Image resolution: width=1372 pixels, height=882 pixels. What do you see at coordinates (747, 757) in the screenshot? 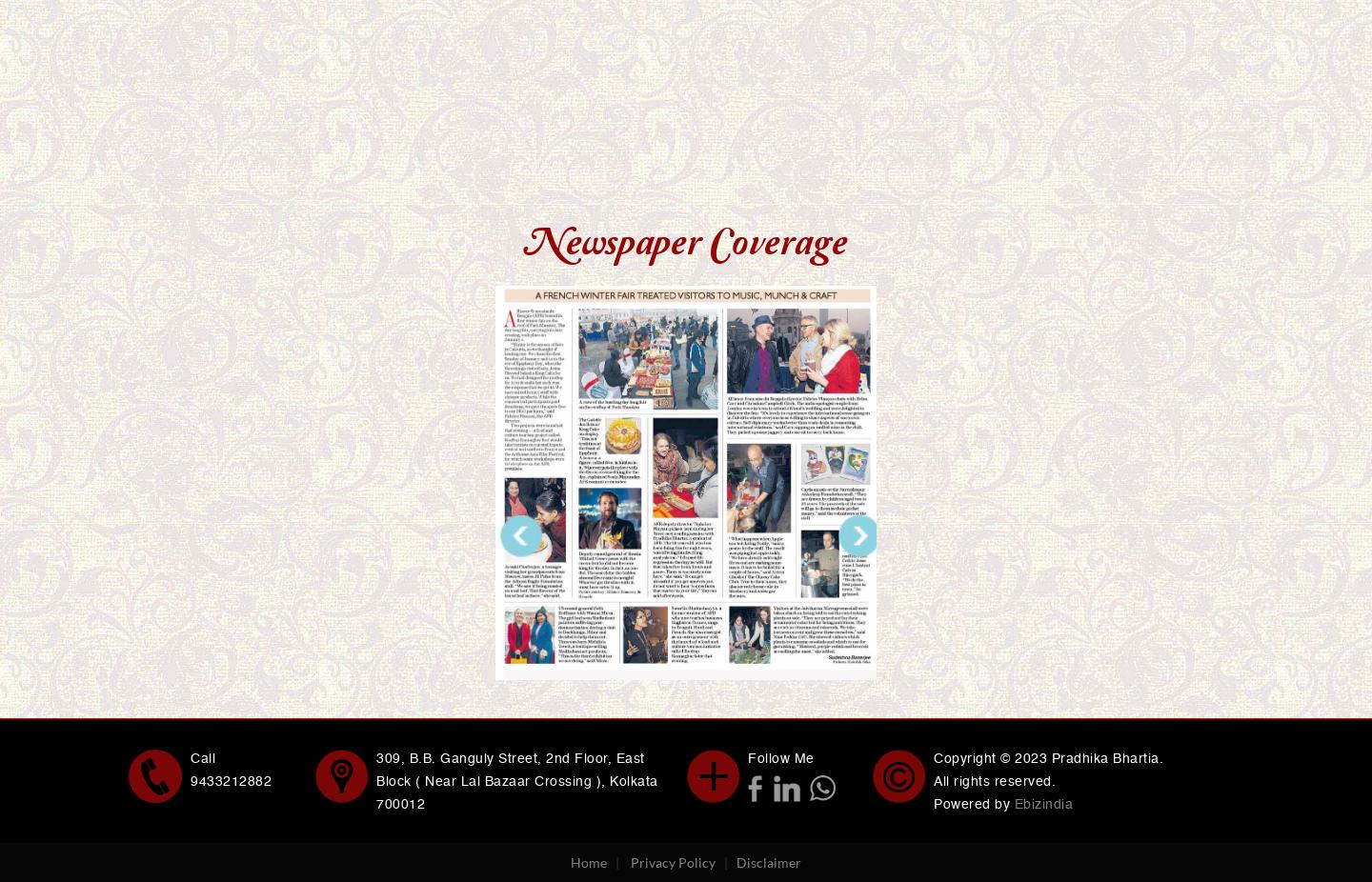
I see `'Follow Me'` at bounding box center [747, 757].